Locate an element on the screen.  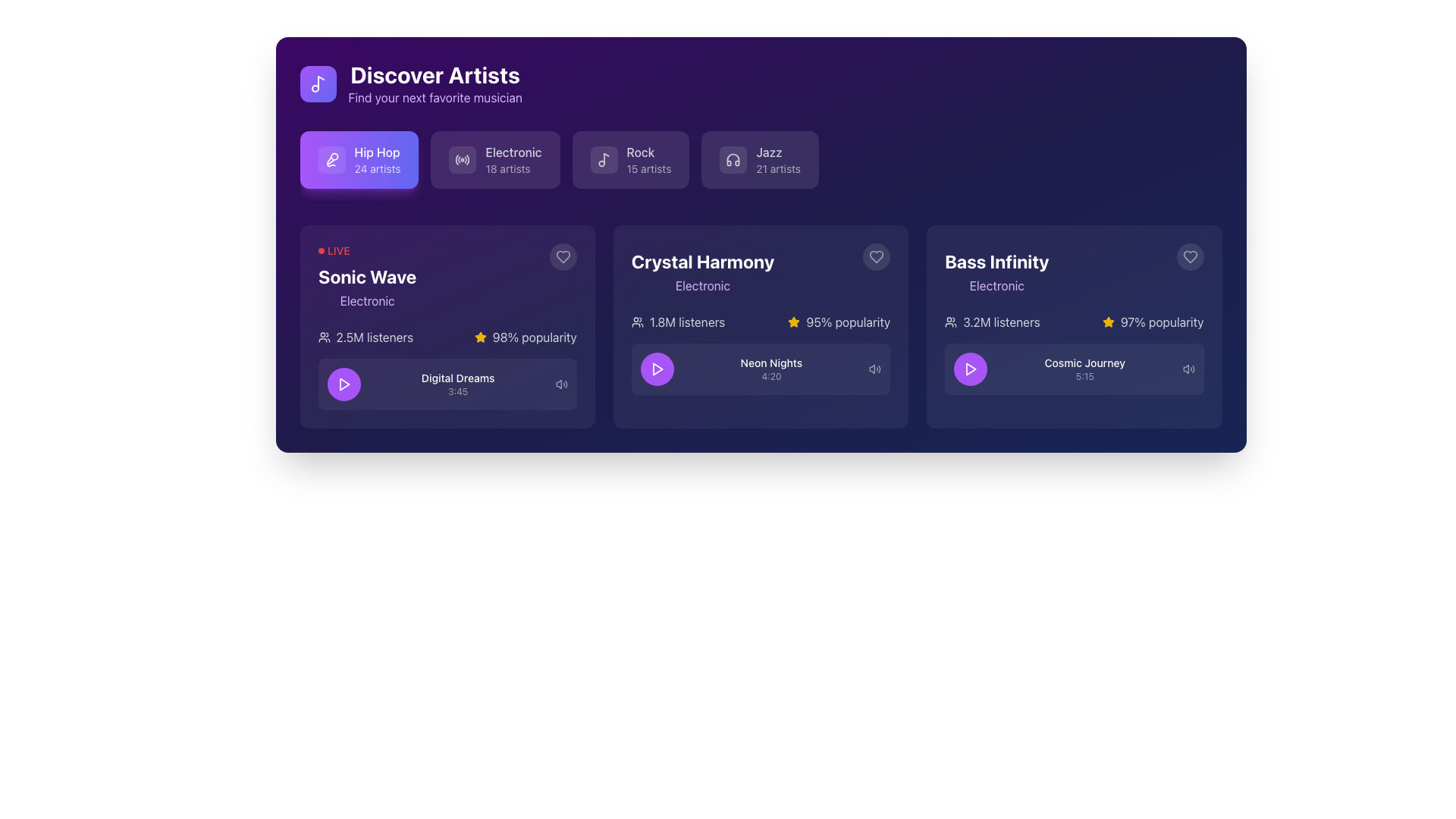
the audio track list item labeled 'Digital Dreams' is located at coordinates (447, 383).